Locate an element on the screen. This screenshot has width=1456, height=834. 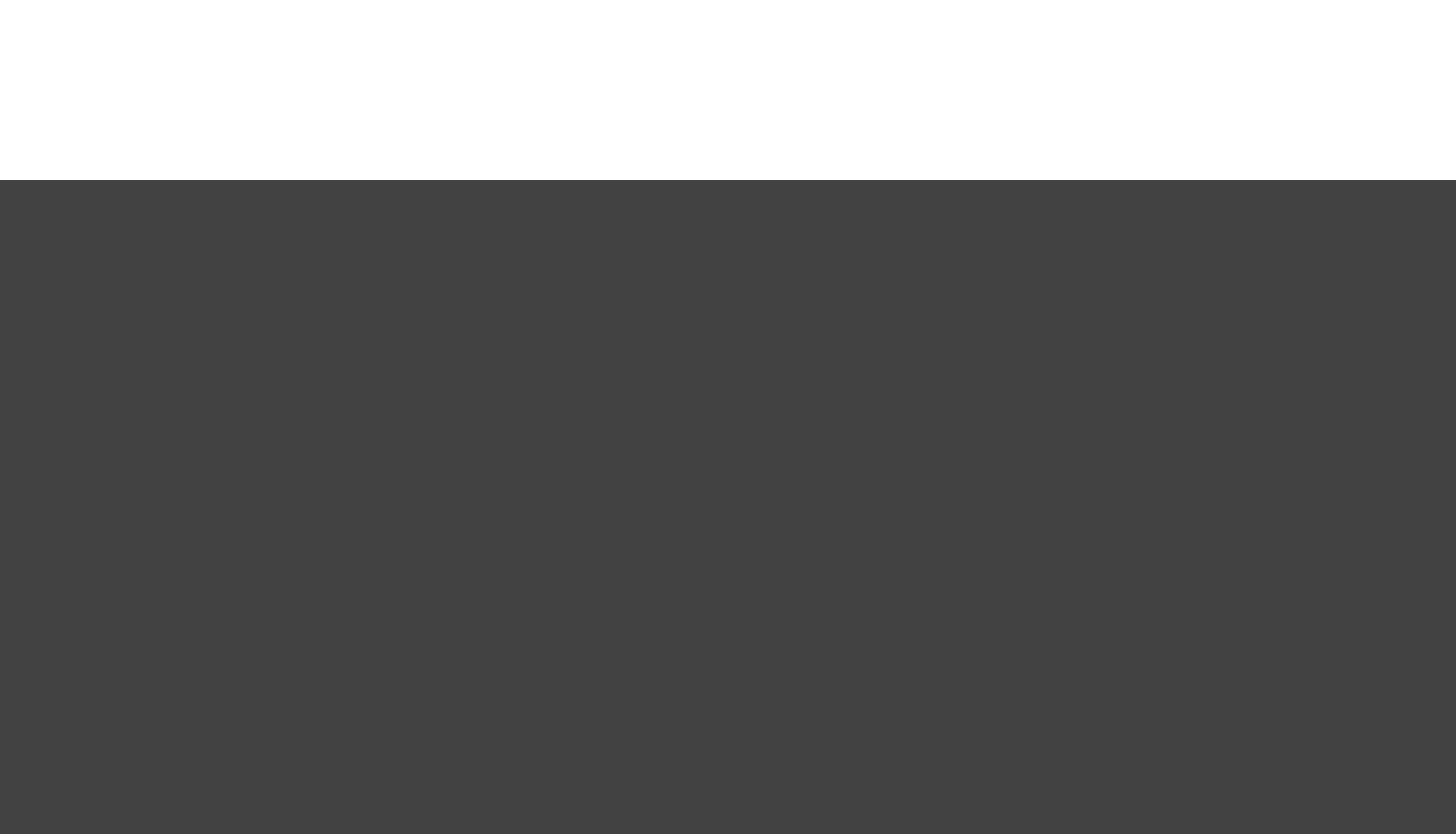
'25 min' is located at coordinates (1008, 722).